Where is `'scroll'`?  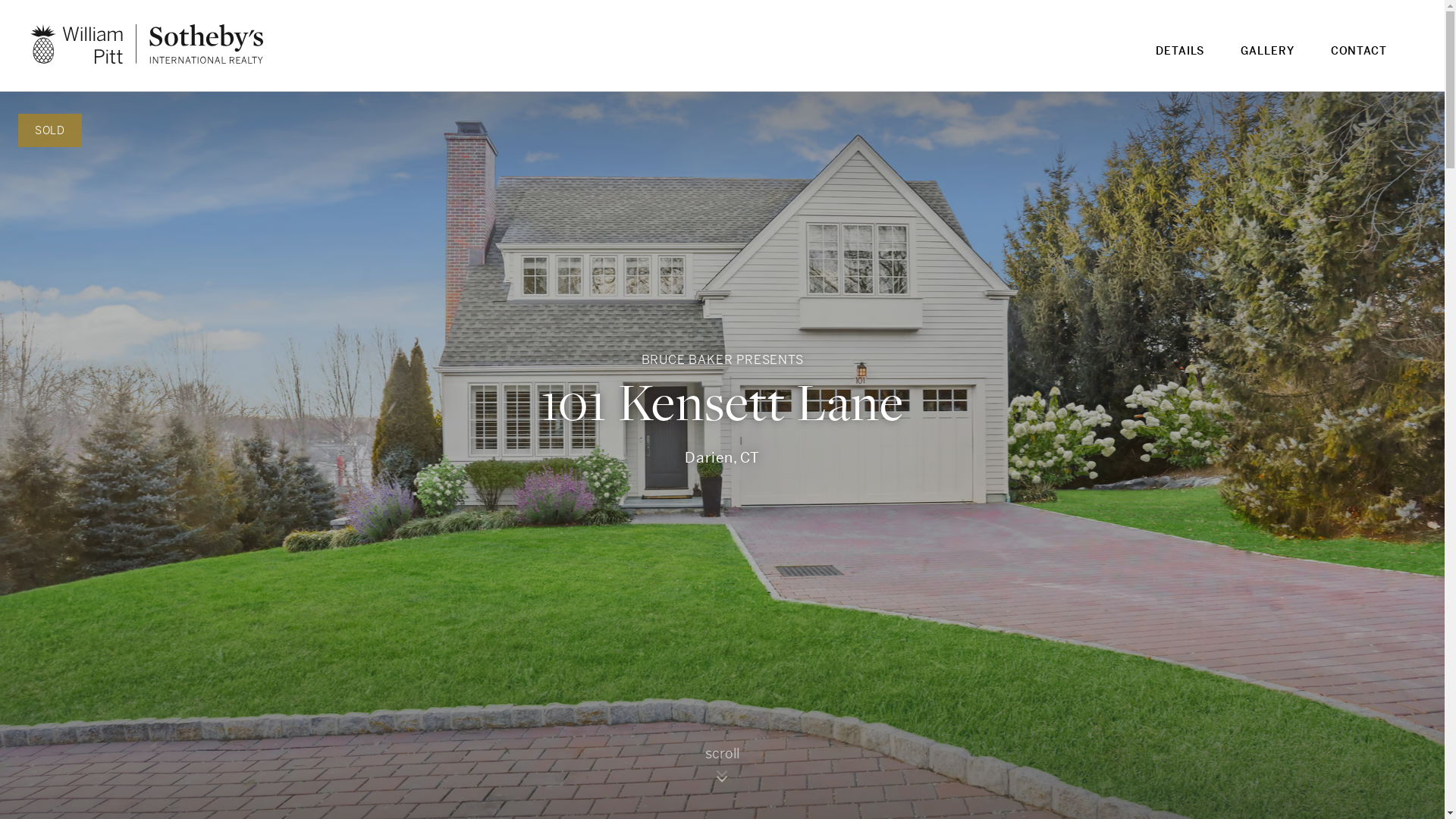 'scroll' is located at coordinates (722, 770).